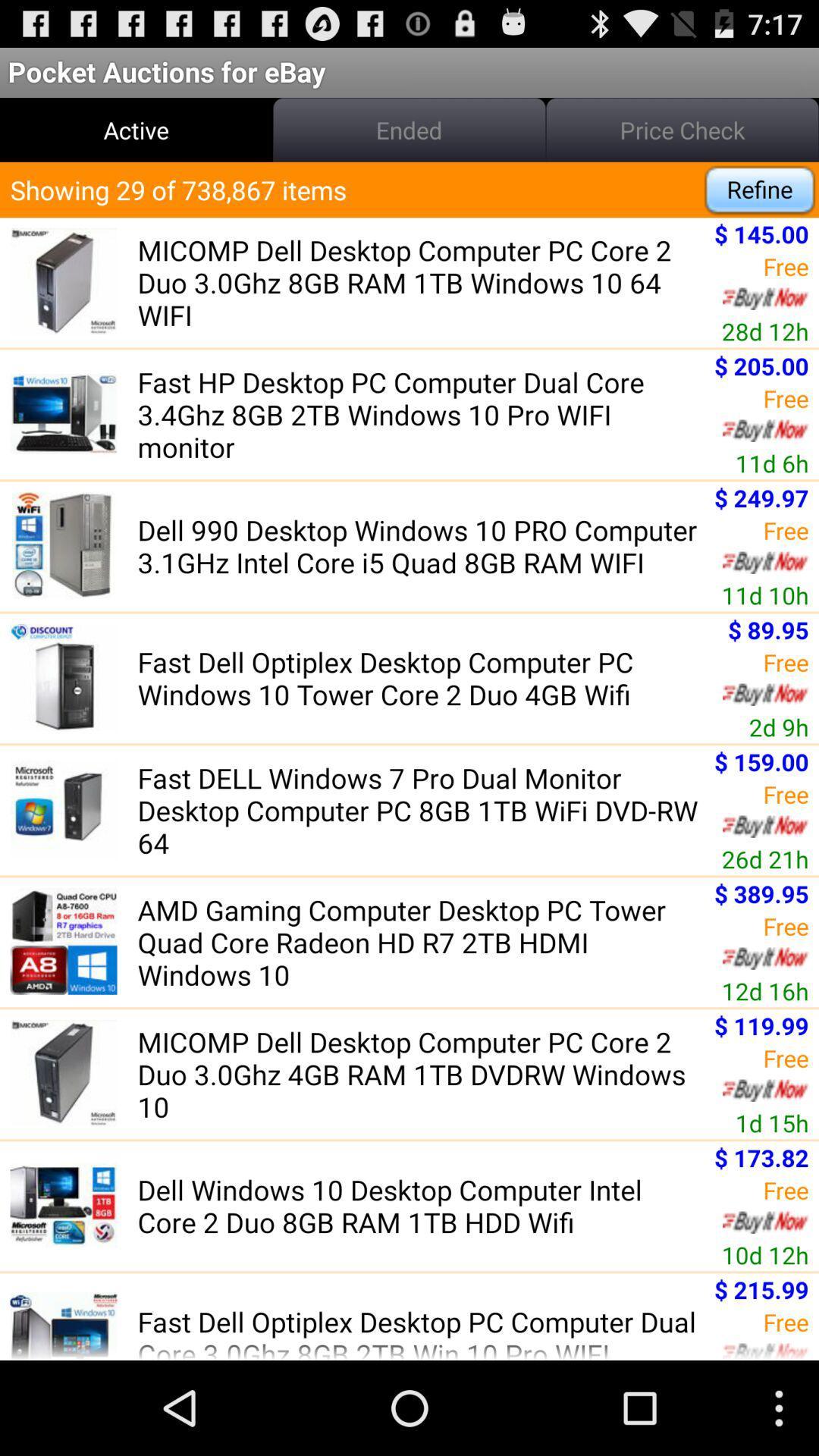 This screenshot has height=1456, width=819. What do you see at coordinates (765, 990) in the screenshot?
I see `the 12d 16h item` at bounding box center [765, 990].